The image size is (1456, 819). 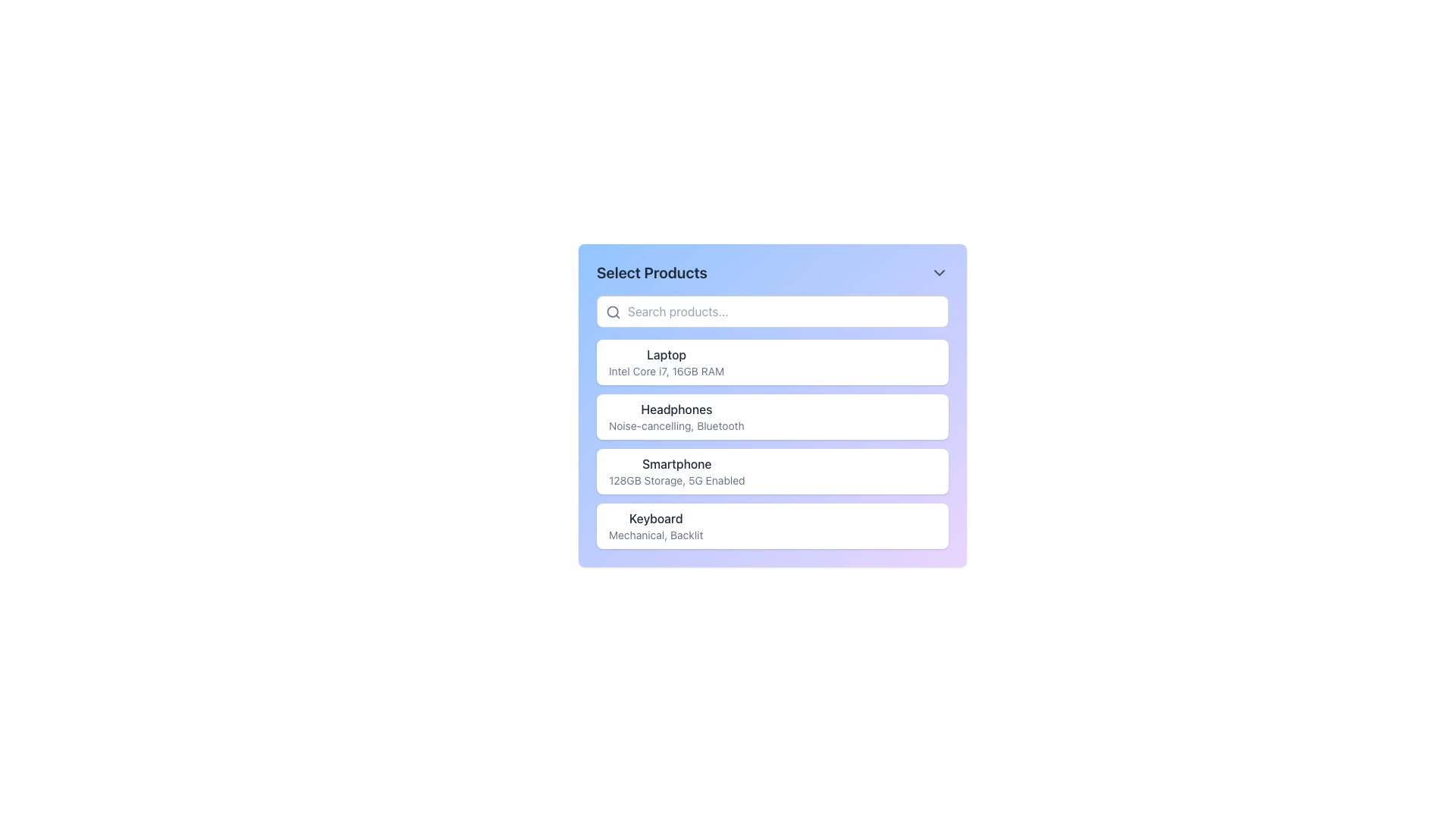 What do you see at coordinates (938, 271) in the screenshot?
I see `the downward-pointing chevron icon in the upper-right corner of the 'Select Products' card to change its color for indication` at bounding box center [938, 271].